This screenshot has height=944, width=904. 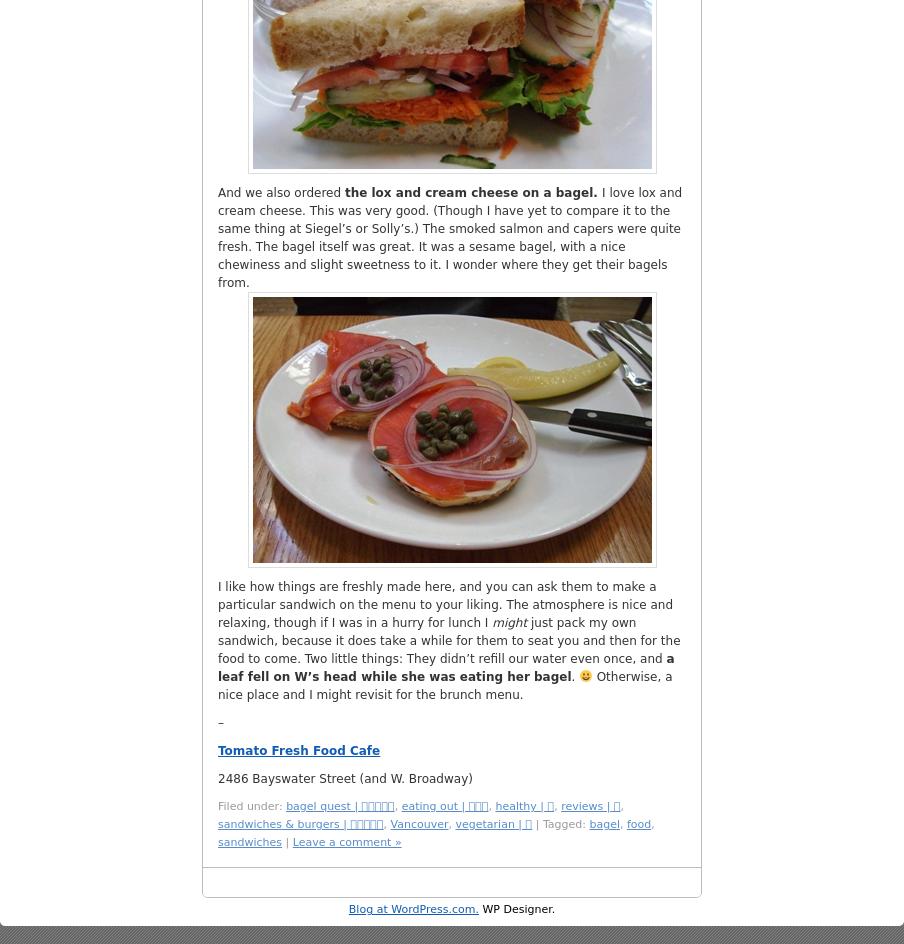 I want to click on '| Tagged:', so click(x=560, y=823).